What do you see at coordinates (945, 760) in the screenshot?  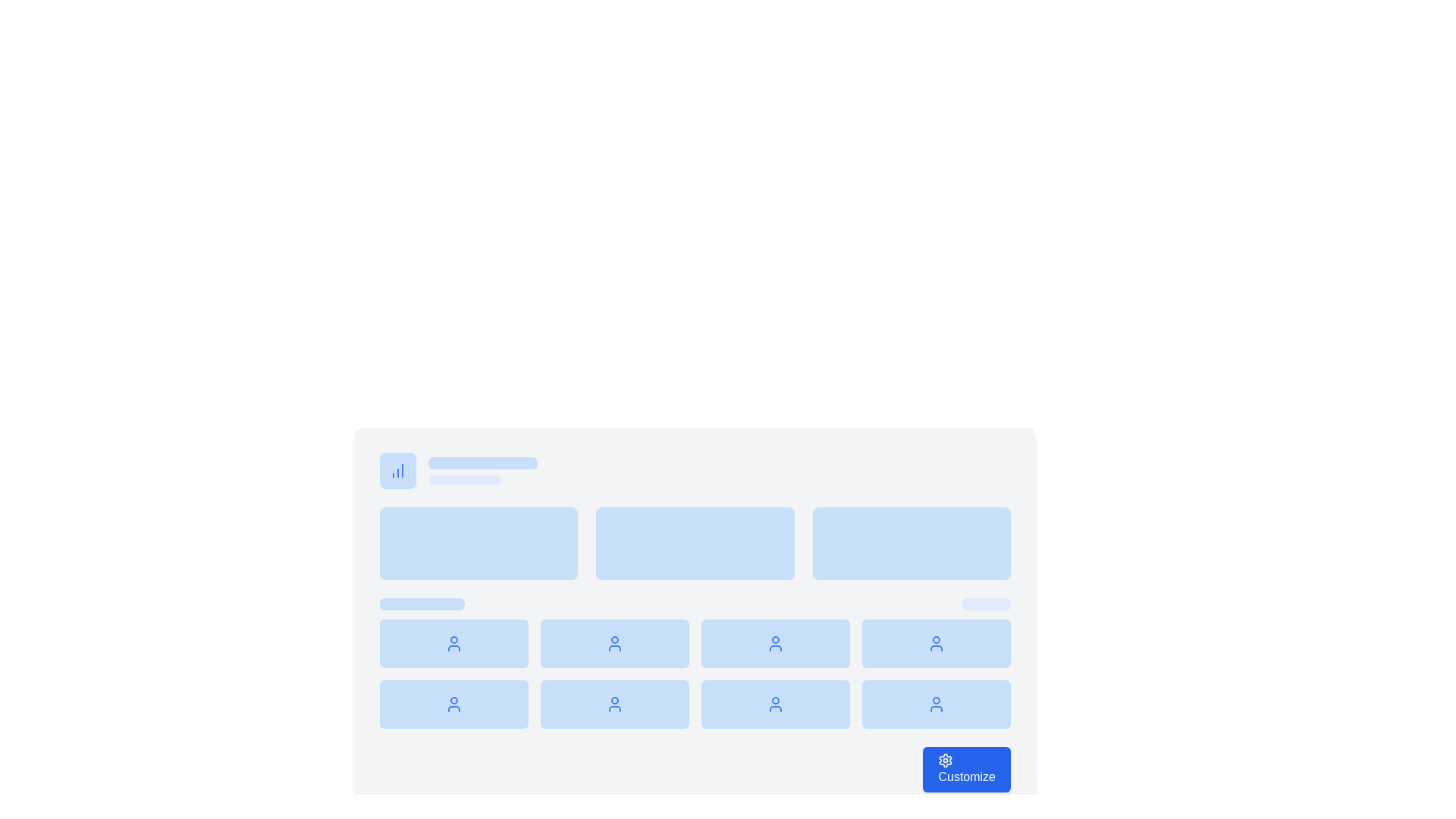 I see `the gear-shaped icon, which is rendered in white and positioned to the left of the 'Customize' text inside the blue button` at bounding box center [945, 760].